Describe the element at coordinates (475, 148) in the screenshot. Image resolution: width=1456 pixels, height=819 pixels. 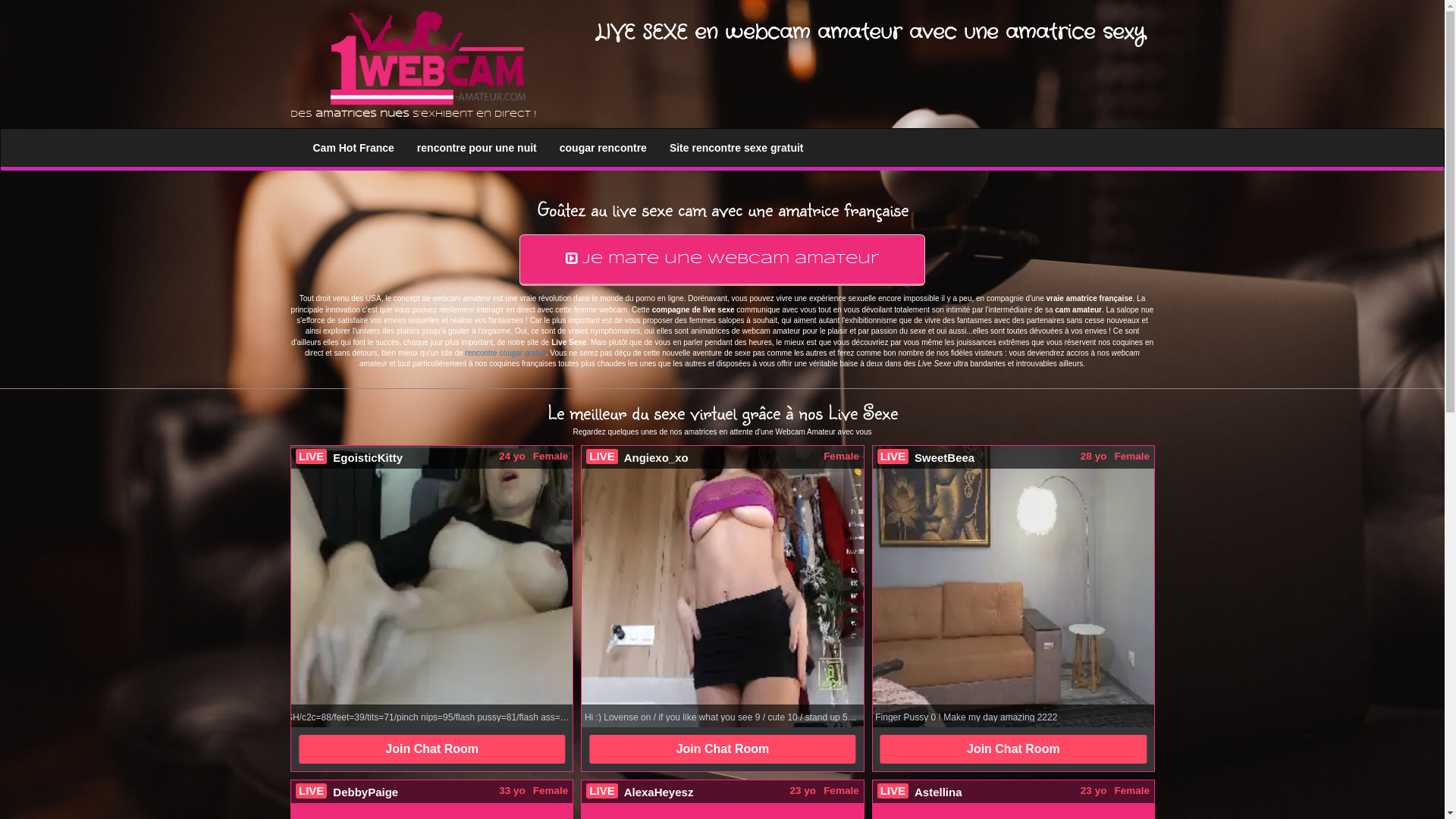
I see `'rencontre pour une nuit'` at that location.